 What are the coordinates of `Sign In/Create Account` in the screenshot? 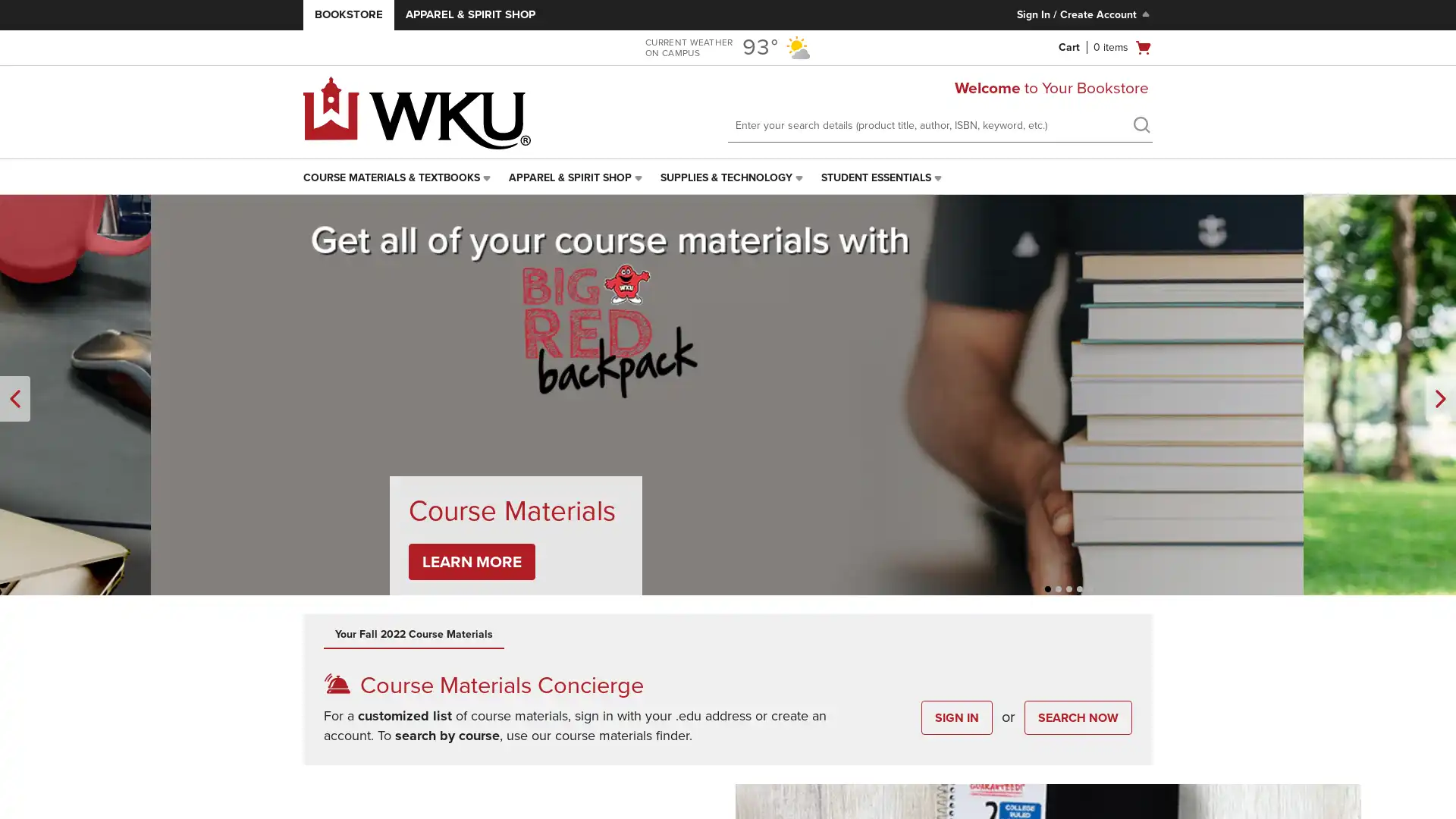 It's located at (1084, 14).